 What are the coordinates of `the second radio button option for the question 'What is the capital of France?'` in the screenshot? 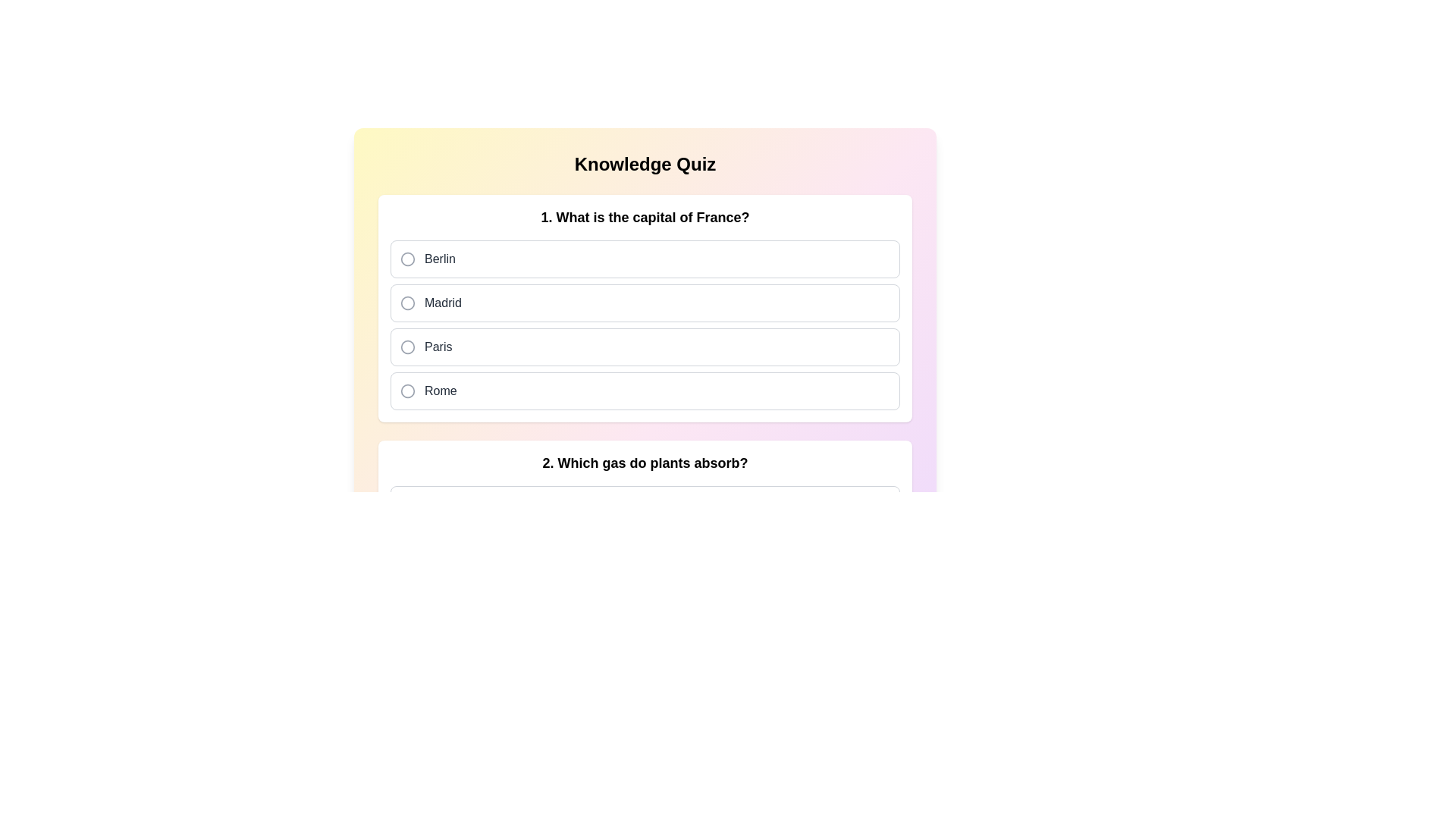 It's located at (645, 301).